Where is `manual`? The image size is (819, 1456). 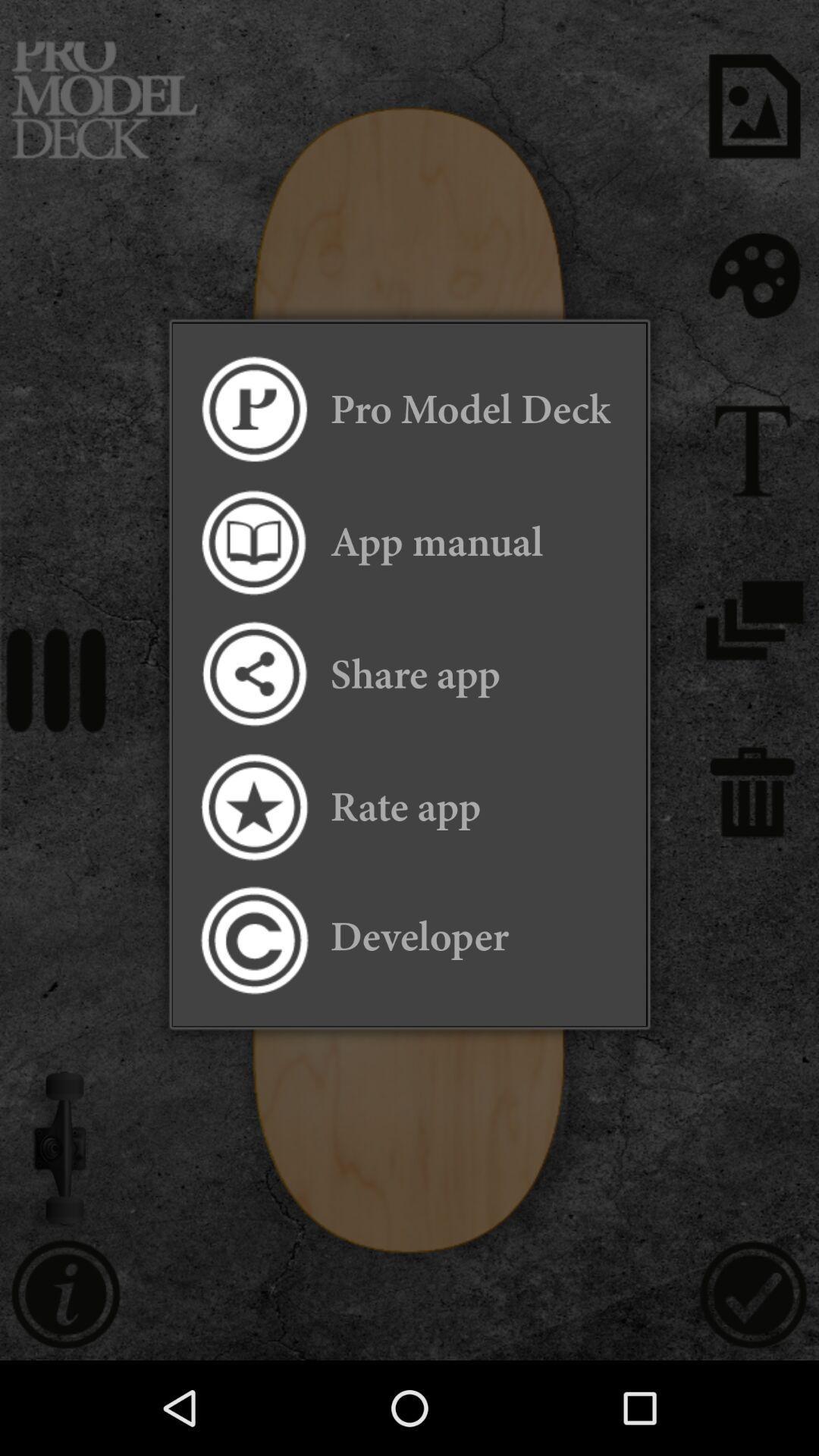
manual is located at coordinates (253, 542).